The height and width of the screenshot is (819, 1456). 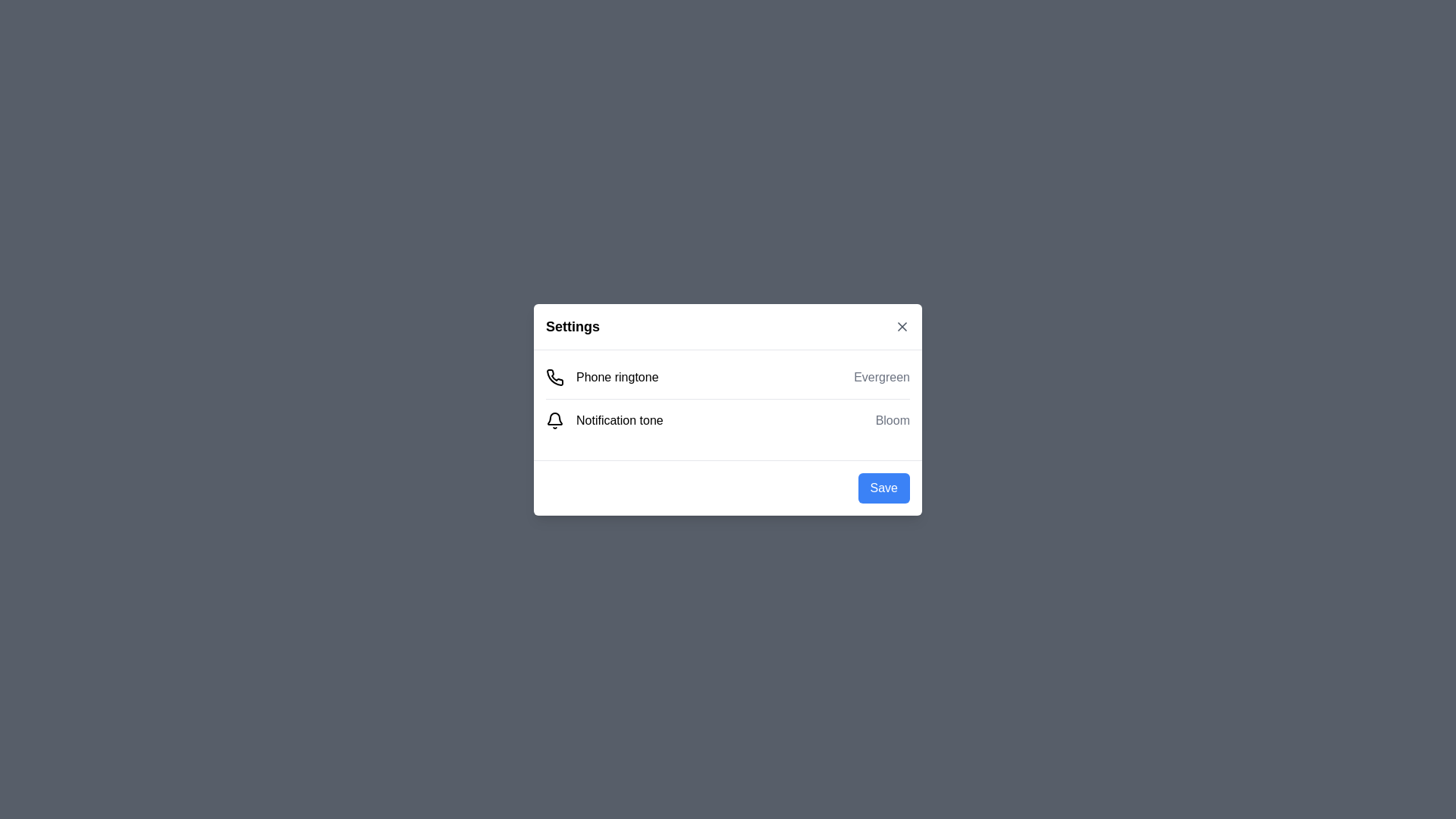 What do you see at coordinates (554, 420) in the screenshot?
I see `bell-shaped notification icon located to the far left of the 'Notification tone' label by clicking on it` at bounding box center [554, 420].